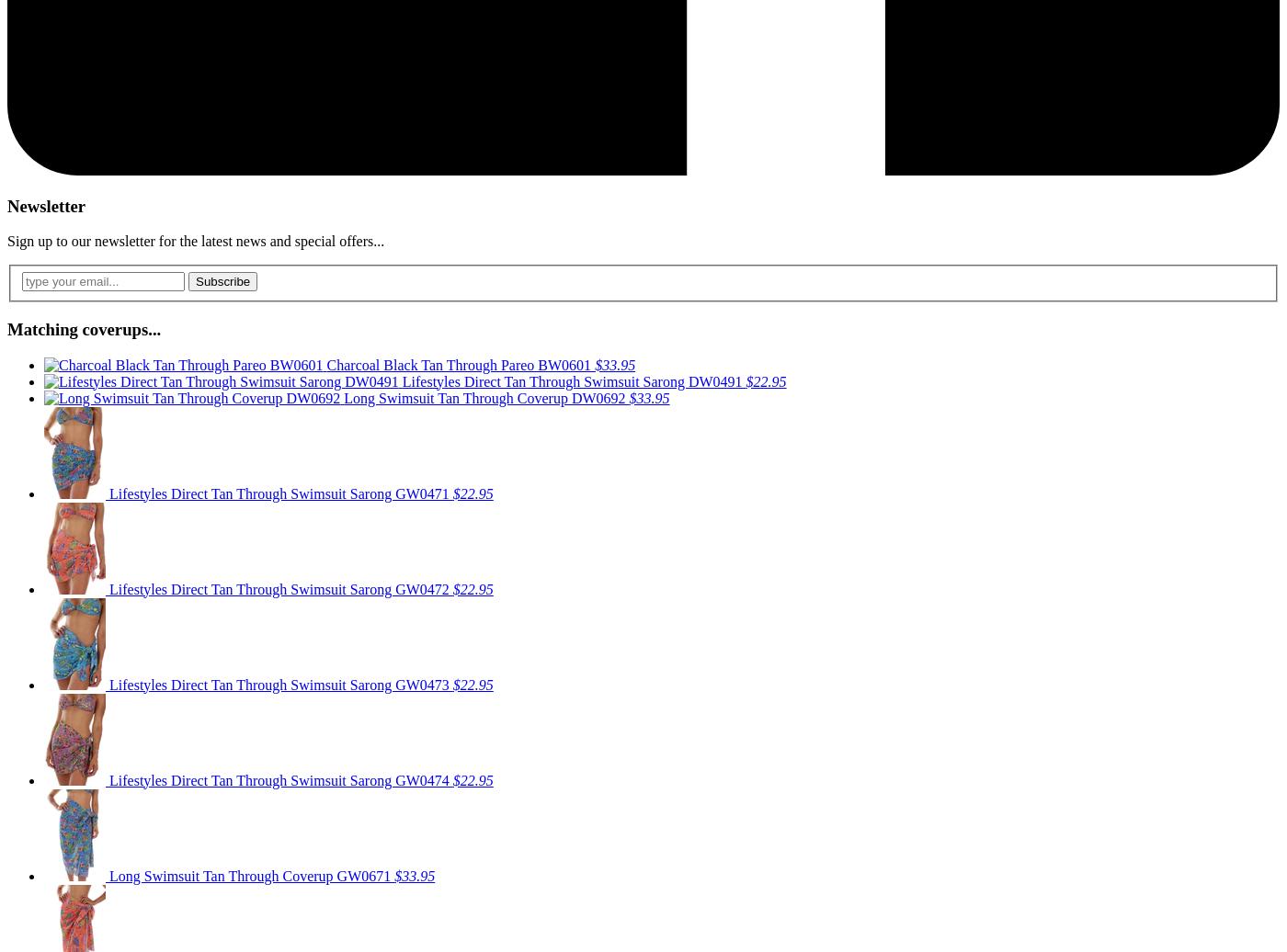 Image resolution: width=1287 pixels, height=952 pixels. Describe the element at coordinates (46, 204) in the screenshot. I see `'Newsletter'` at that location.